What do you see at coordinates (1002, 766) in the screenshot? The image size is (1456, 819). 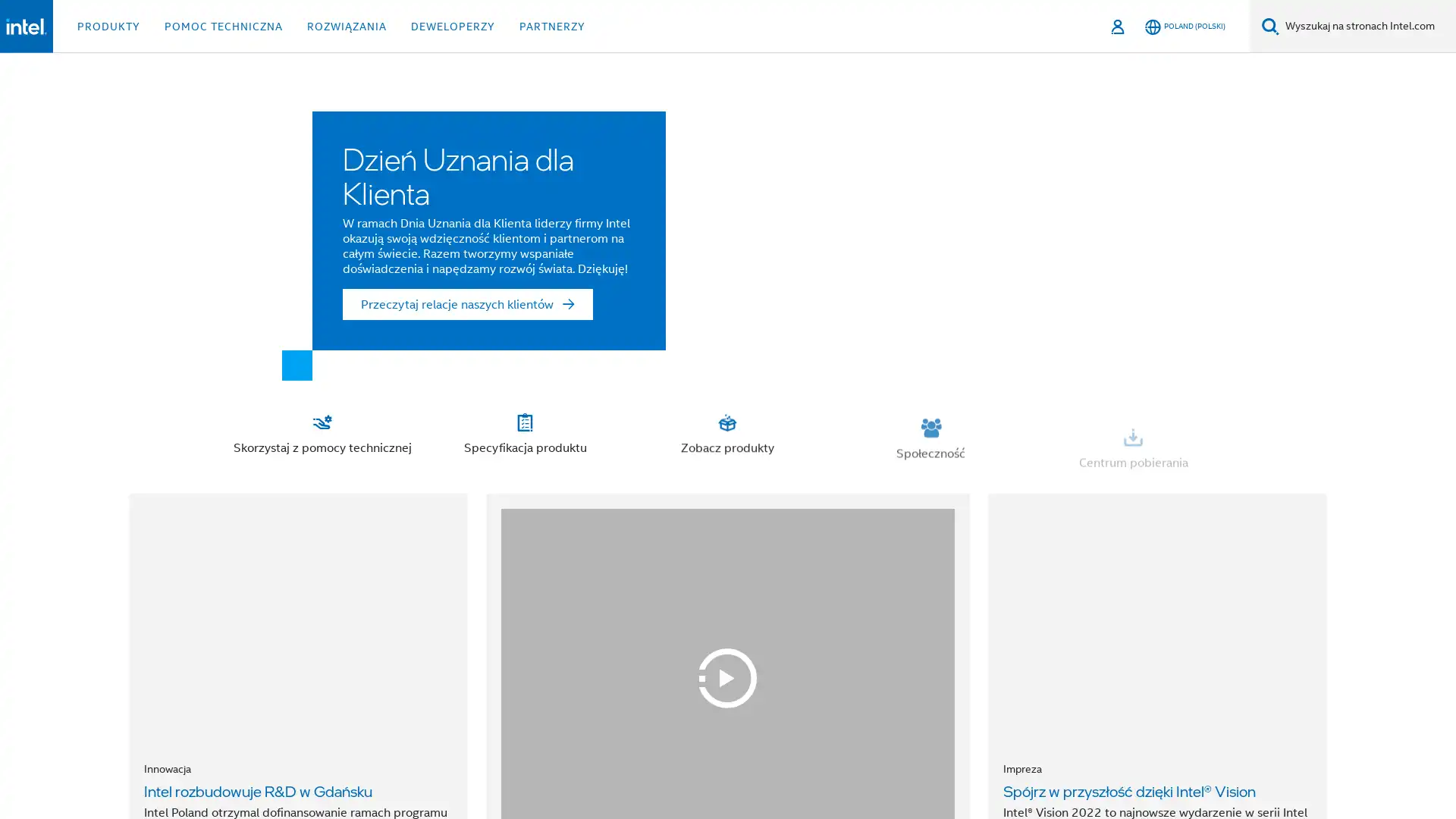 I see `Aktywuj pliki cookie` at bounding box center [1002, 766].